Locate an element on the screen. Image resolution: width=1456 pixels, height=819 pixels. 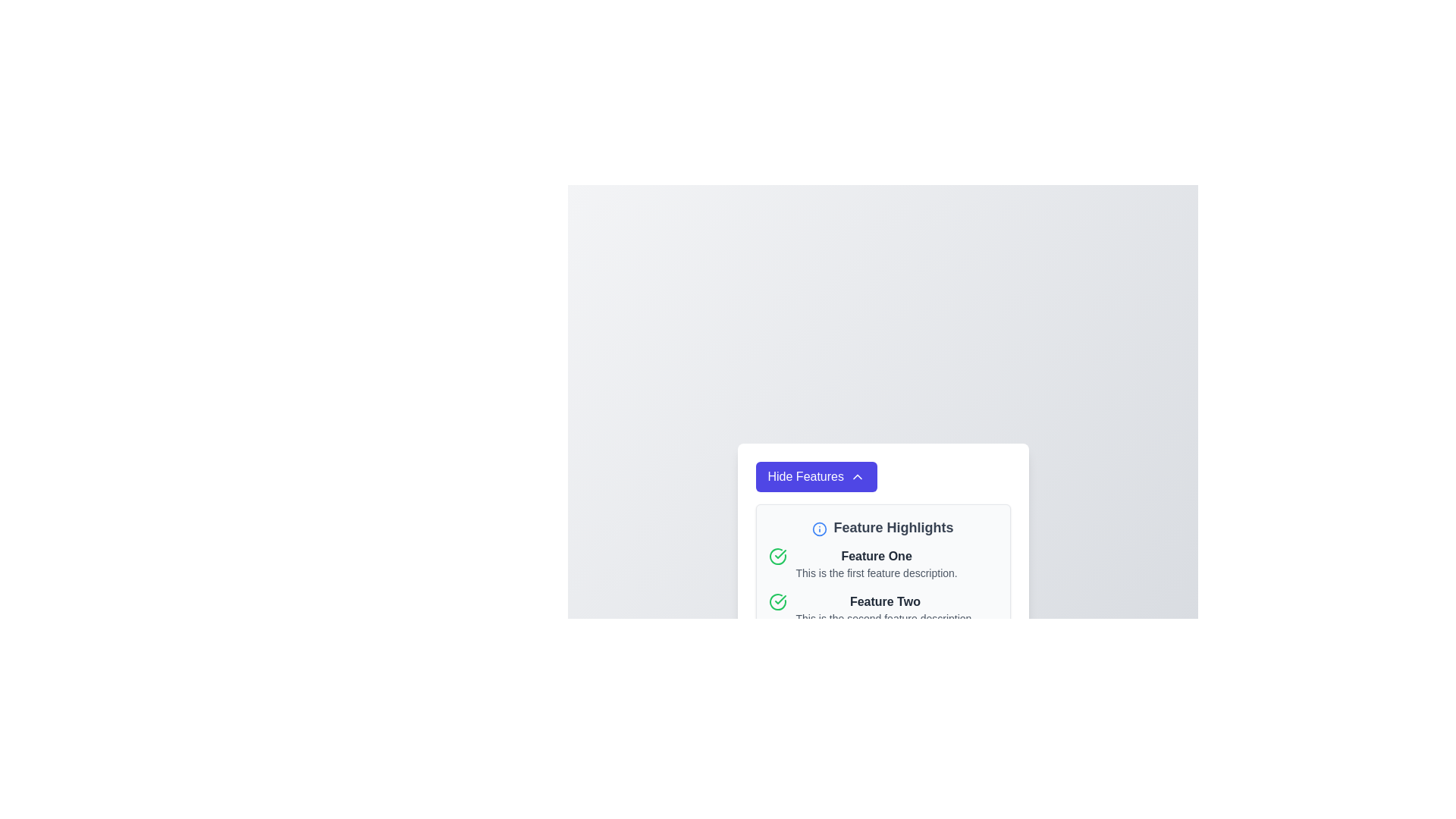
the static text that provides information about 'Feature One', which is located below the title and centered in the right portion of the window is located at coordinates (877, 573).